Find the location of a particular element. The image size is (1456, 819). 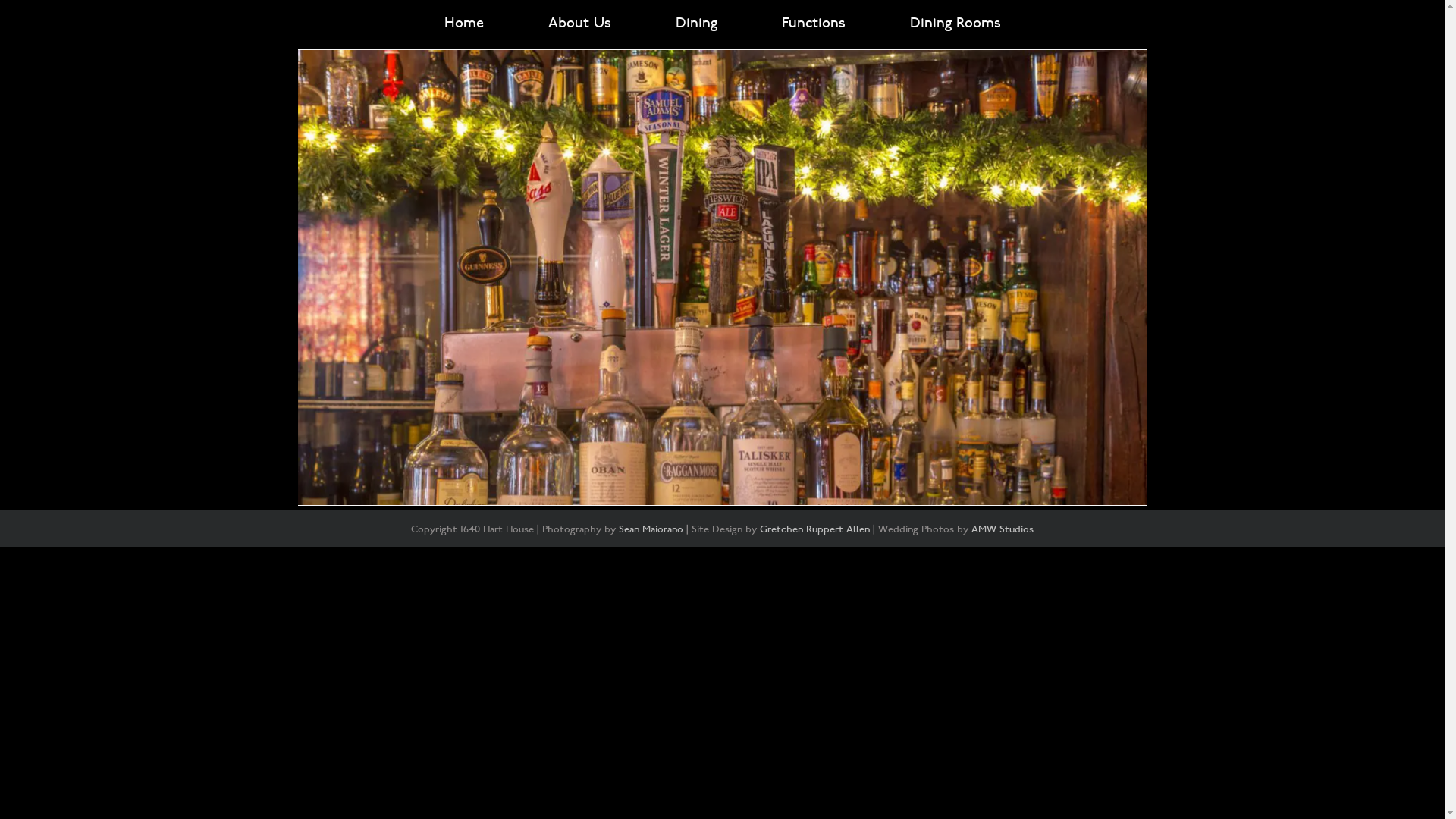

'About Us' is located at coordinates (578, 23).